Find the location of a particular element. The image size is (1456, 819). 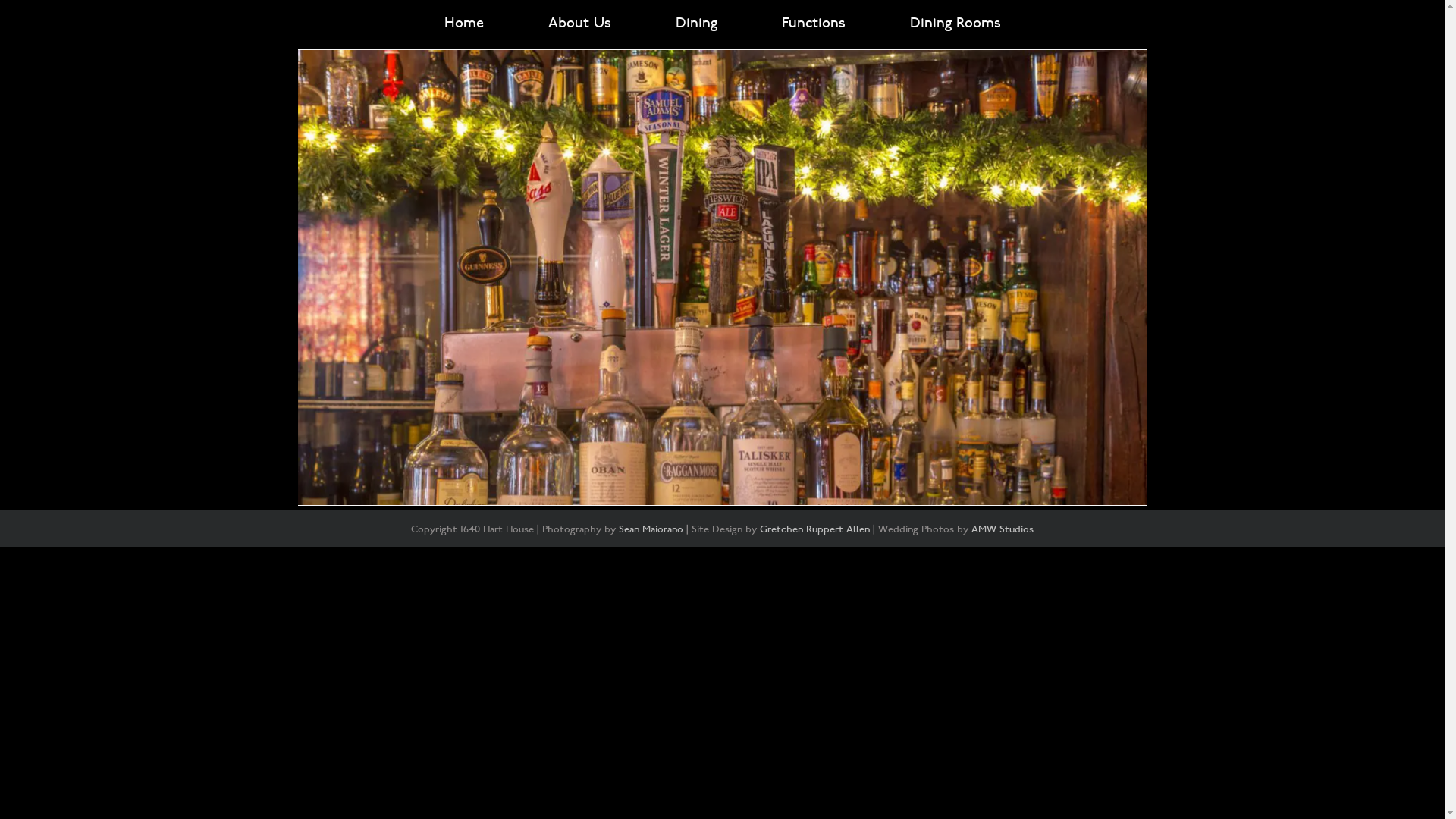

'About Us' is located at coordinates (578, 23).